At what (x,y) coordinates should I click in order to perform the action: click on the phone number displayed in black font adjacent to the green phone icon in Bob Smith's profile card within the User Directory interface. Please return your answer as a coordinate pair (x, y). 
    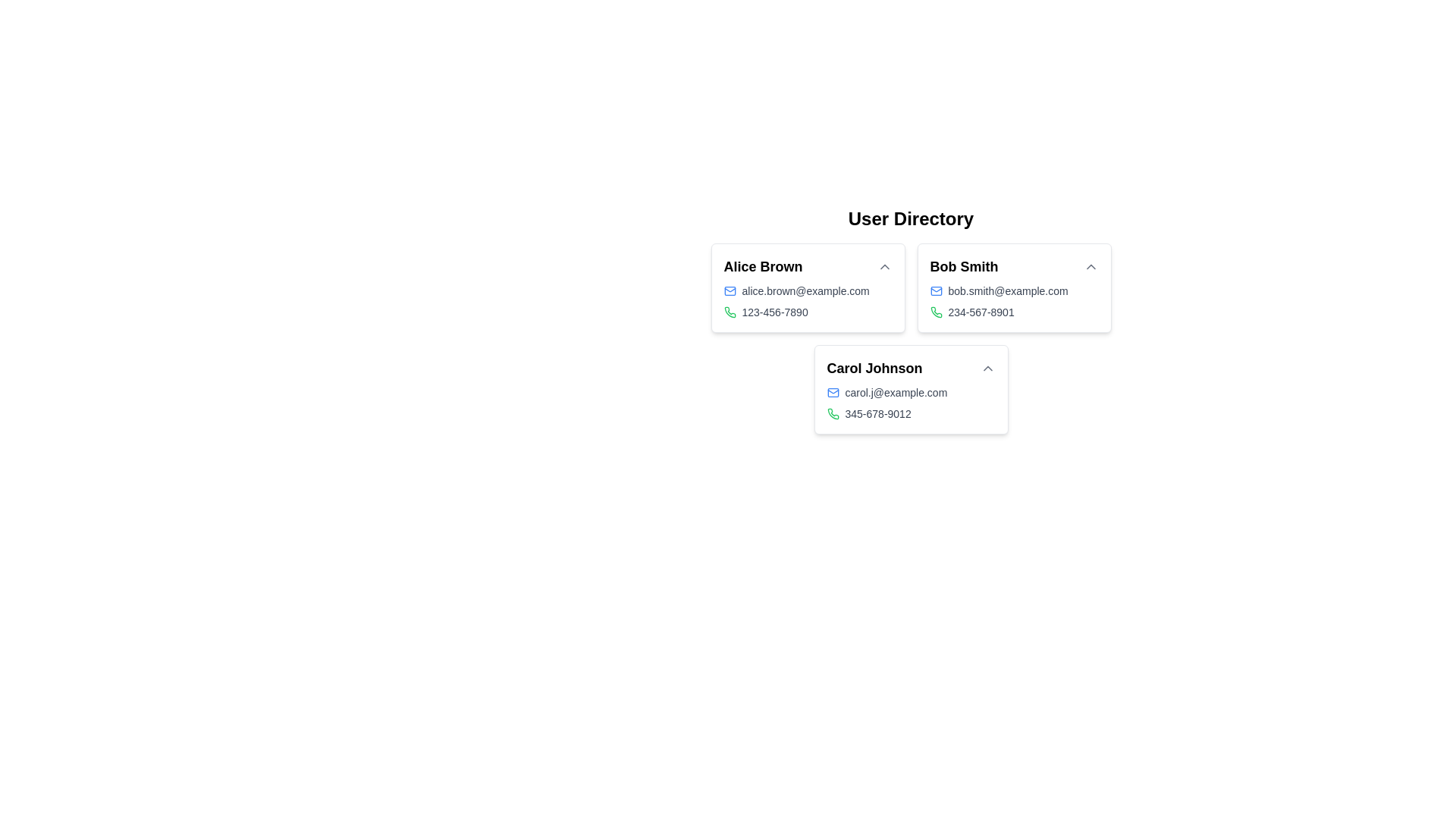
    Looking at the image, I should click on (981, 312).